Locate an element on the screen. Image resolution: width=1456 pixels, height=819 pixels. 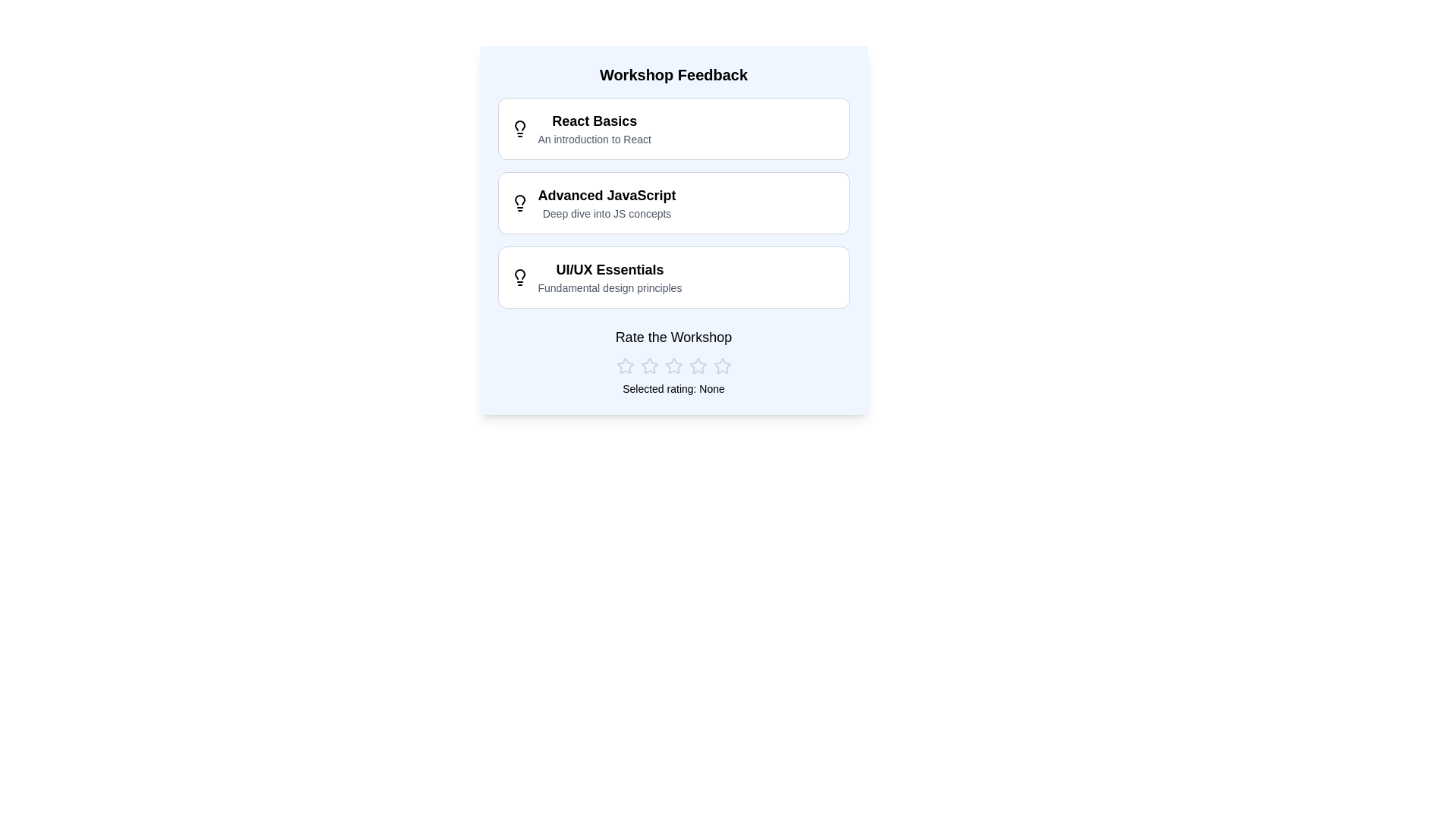
the text label 'Fundamental design principles', which is located under the header 'UI/UX Essentials' within the third card of a vertically stacked list is located at coordinates (610, 288).